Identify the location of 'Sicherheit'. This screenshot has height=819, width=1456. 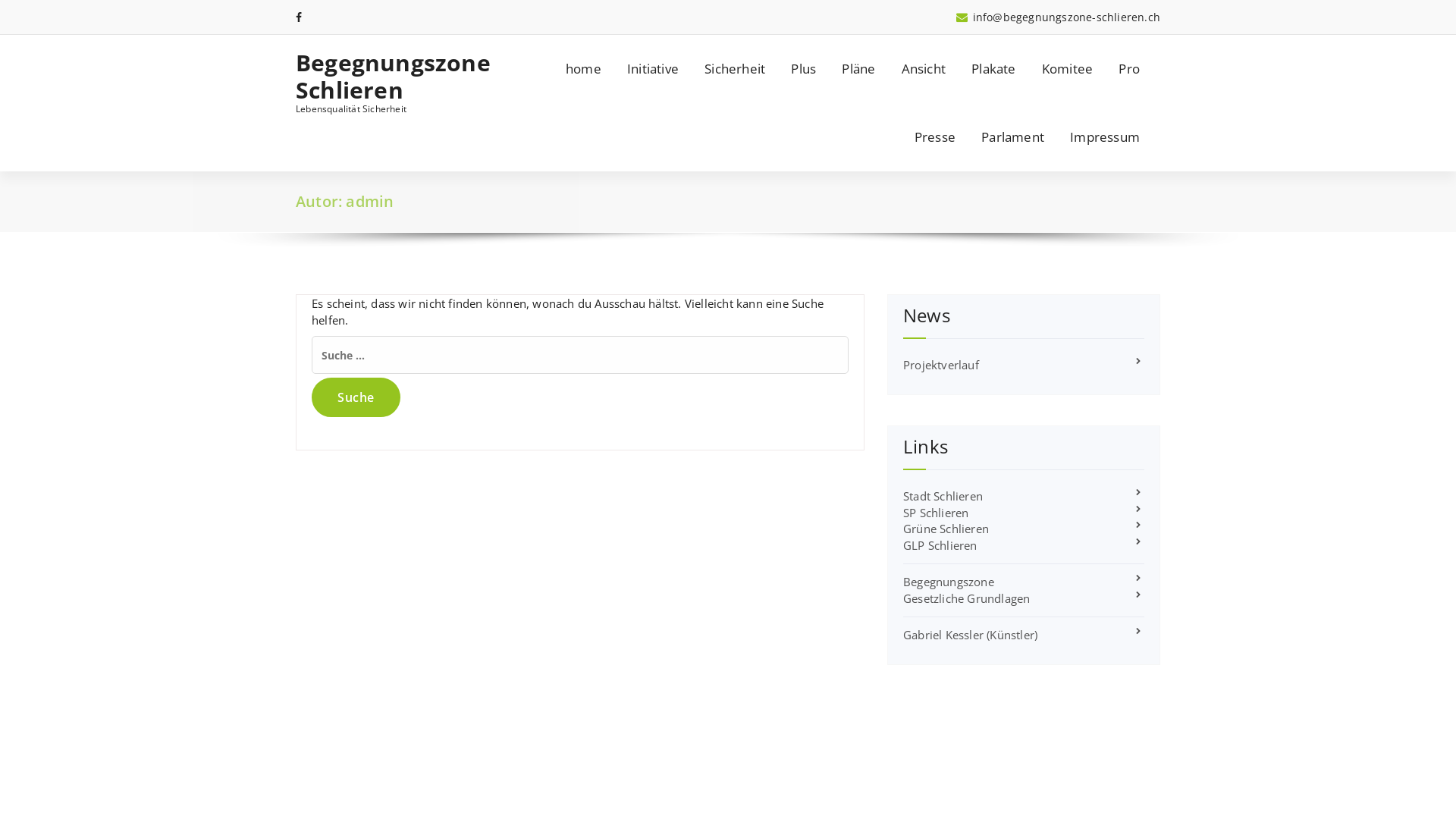
(735, 69).